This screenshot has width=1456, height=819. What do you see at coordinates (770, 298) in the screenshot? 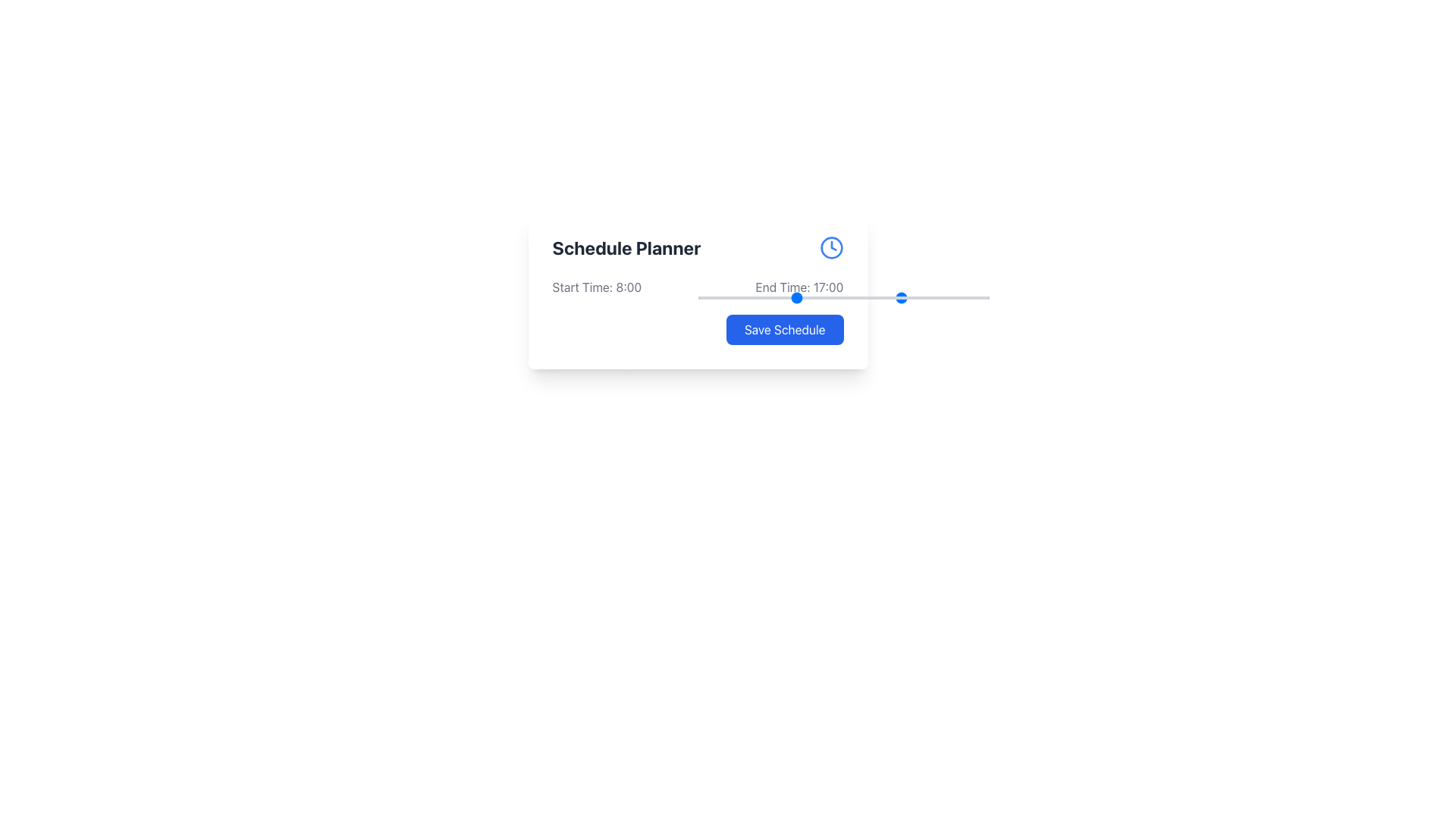
I see `the end time` at bounding box center [770, 298].